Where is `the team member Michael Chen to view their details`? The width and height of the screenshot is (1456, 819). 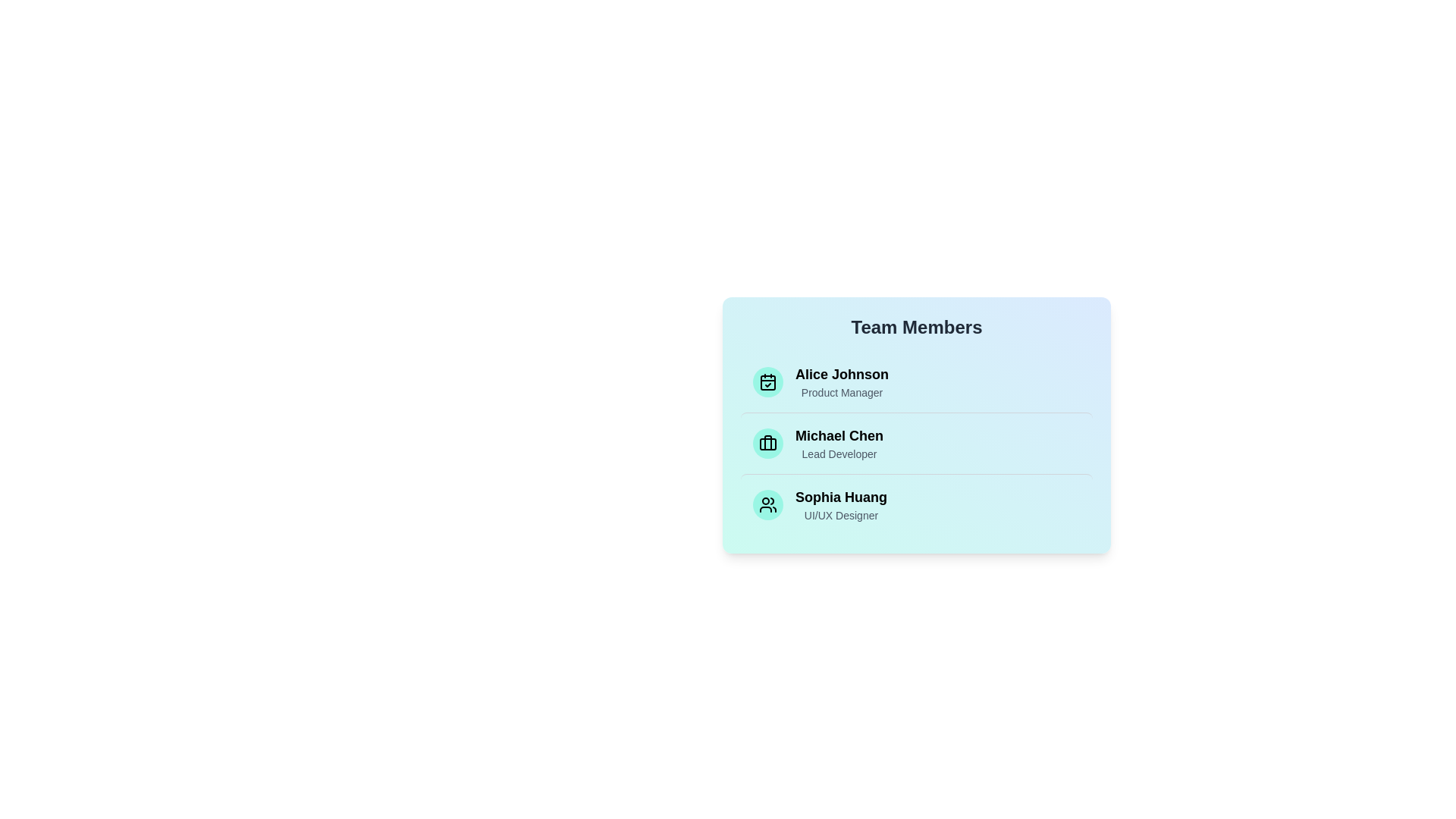
the team member Michael Chen to view their details is located at coordinates (916, 443).